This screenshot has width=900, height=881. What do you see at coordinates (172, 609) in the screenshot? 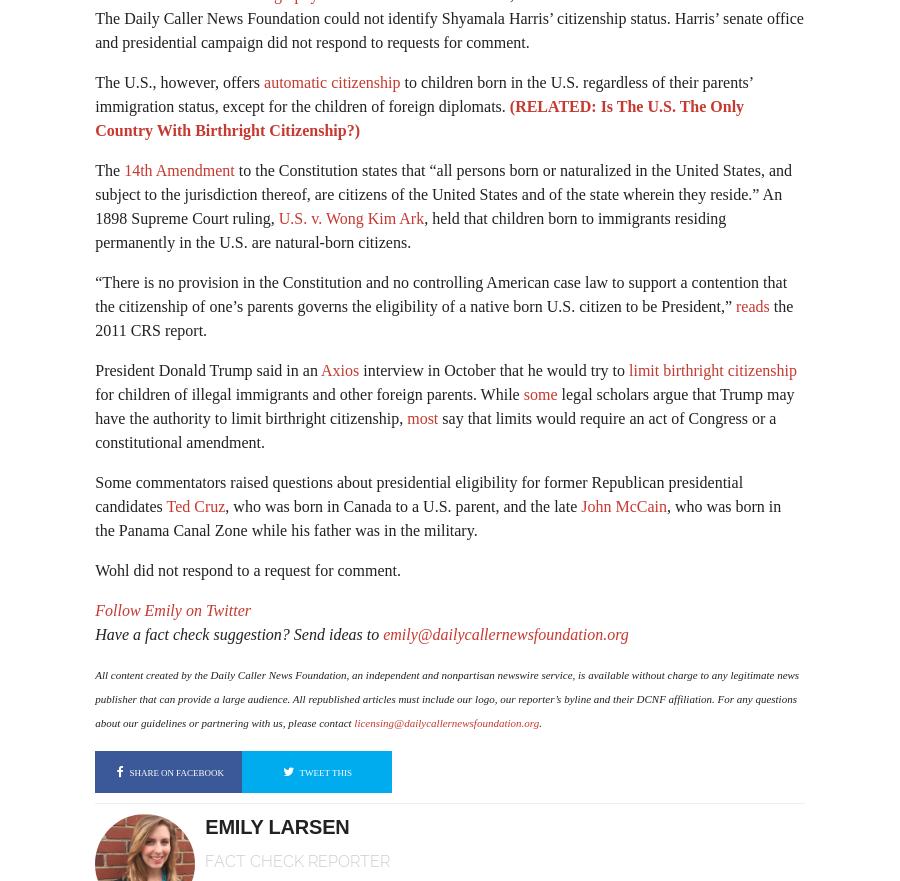
I see `'Follow Emily on Twitter'` at bounding box center [172, 609].